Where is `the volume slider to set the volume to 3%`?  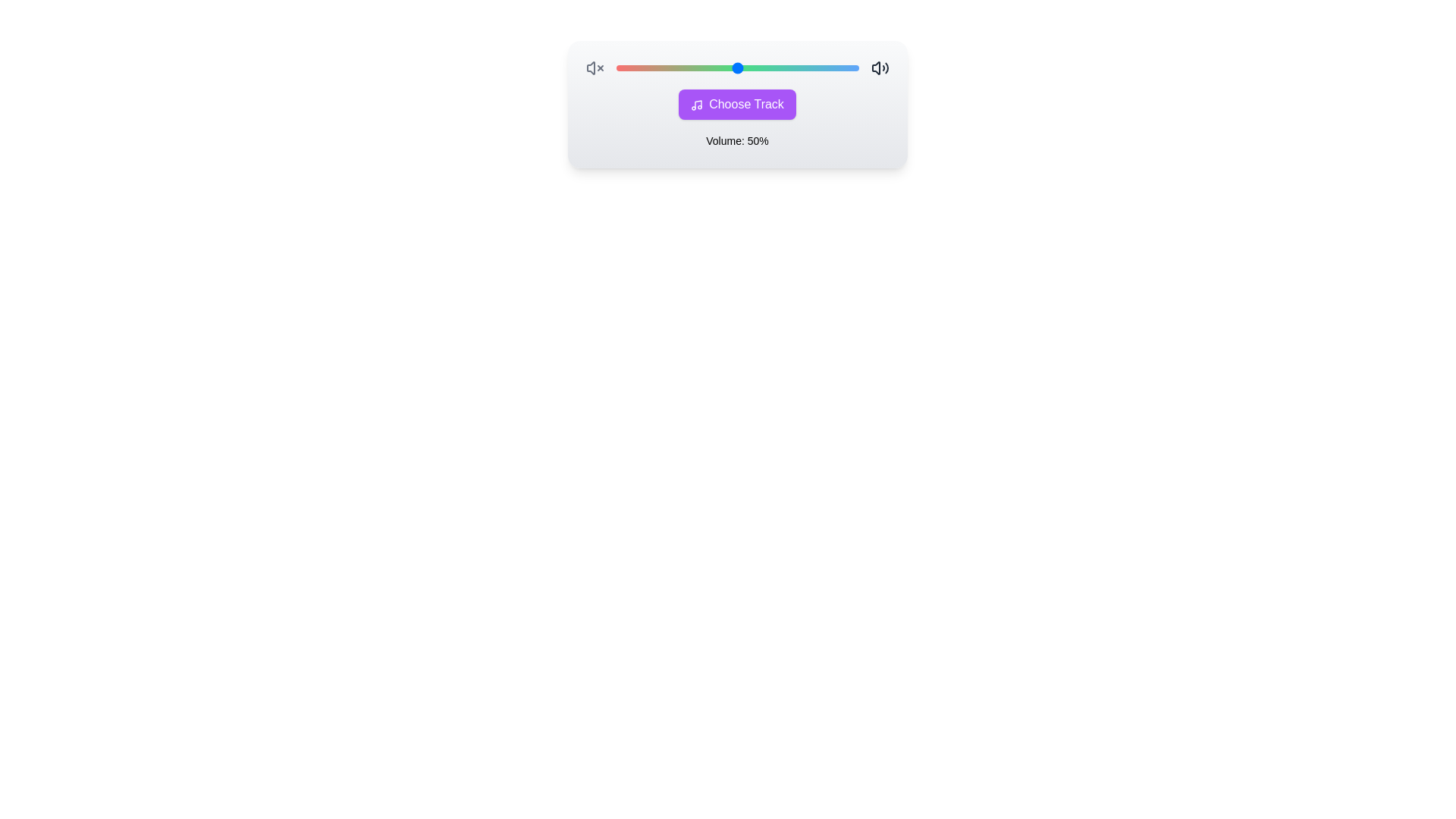
the volume slider to set the volume to 3% is located at coordinates (616, 67).